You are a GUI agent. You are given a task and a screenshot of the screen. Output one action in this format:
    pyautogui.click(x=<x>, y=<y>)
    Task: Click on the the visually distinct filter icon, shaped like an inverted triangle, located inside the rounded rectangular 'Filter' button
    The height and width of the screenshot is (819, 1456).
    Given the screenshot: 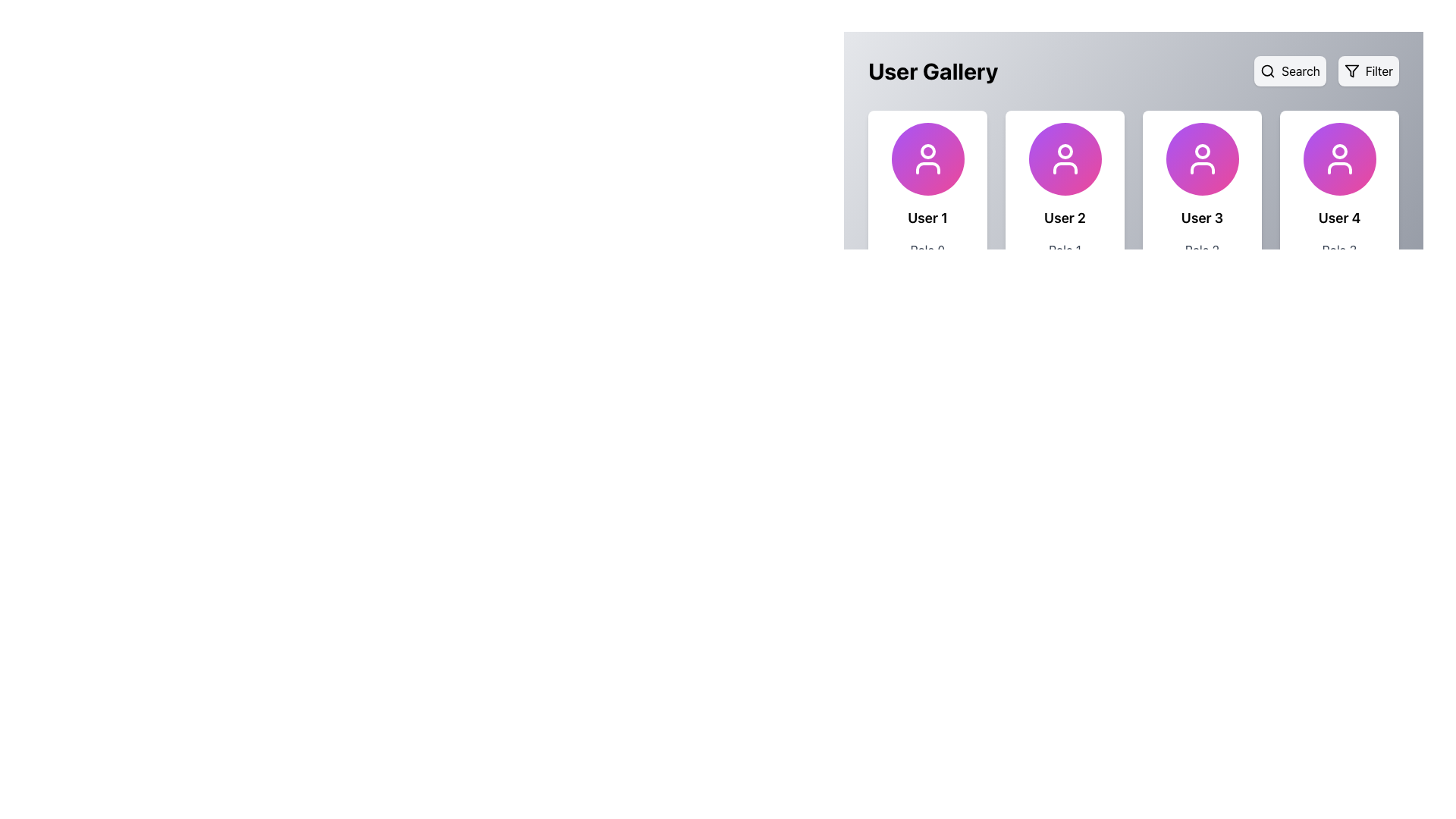 What is the action you would take?
    pyautogui.click(x=1351, y=71)
    